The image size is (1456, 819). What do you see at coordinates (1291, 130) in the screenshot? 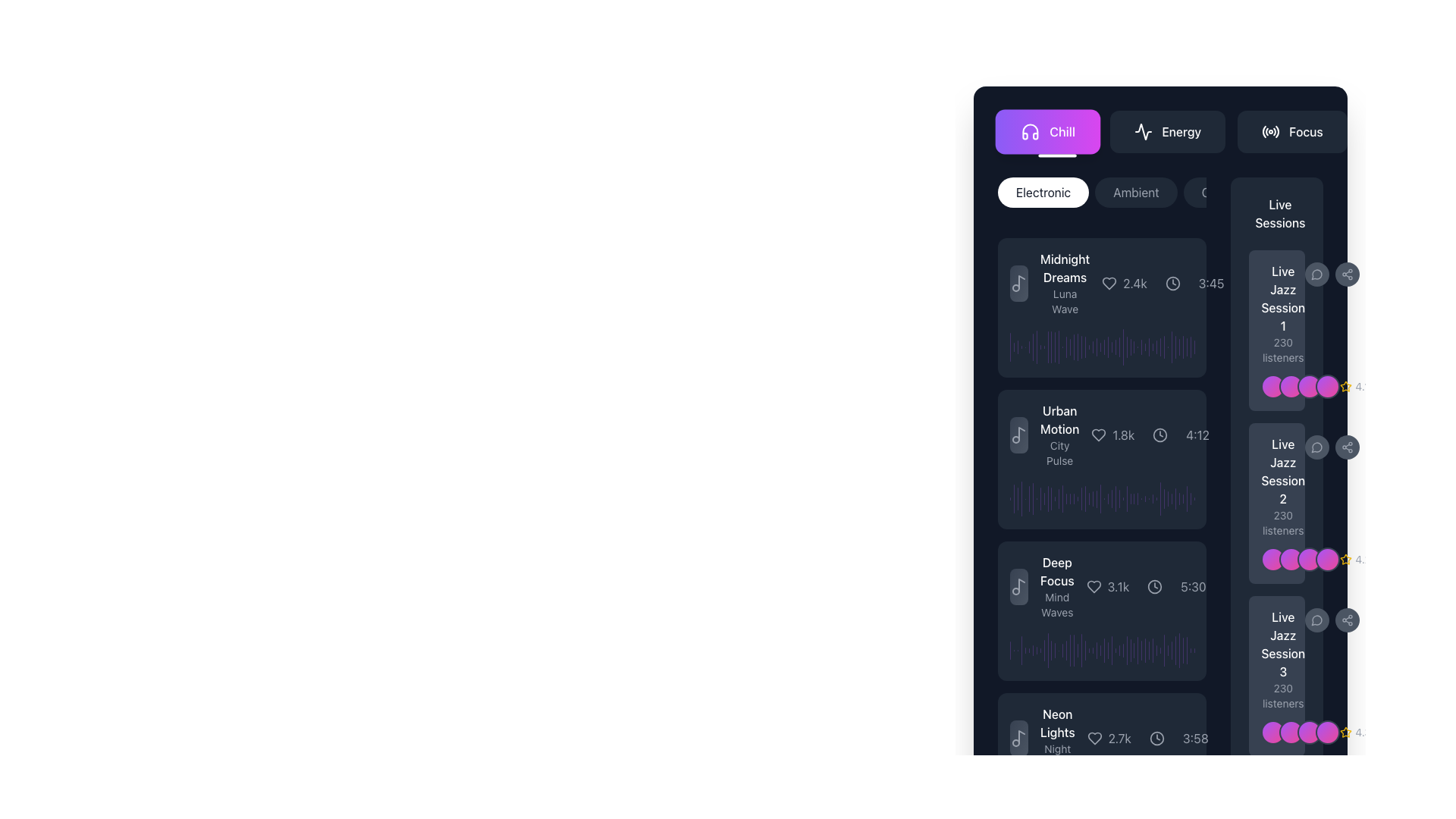
I see `the 'Focus' button located at the rightmost end of a row of three buttons to apply the 'Focus' filter` at bounding box center [1291, 130].